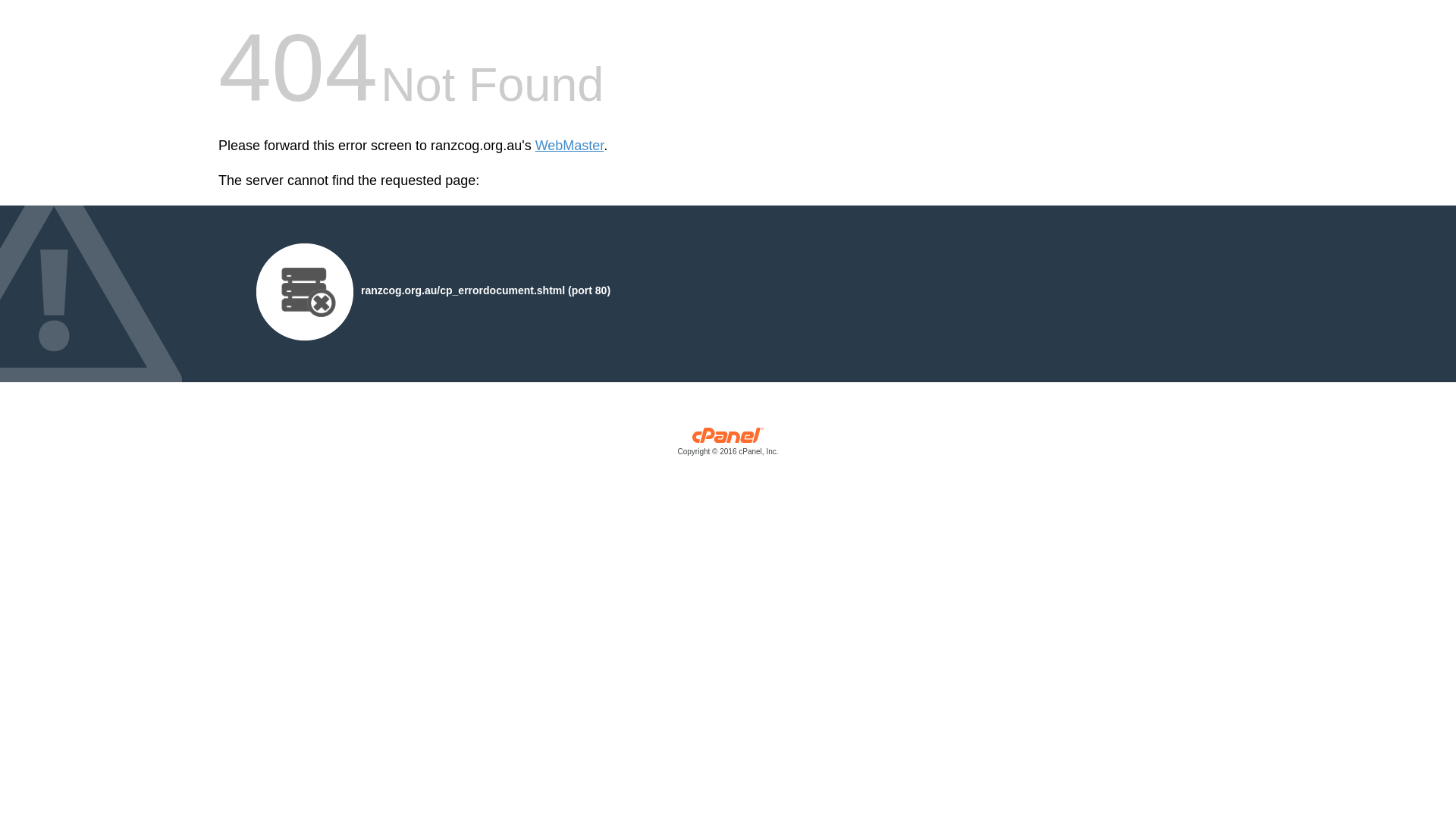 This screenshot has height=819, width=1456. Describe the element at coordinates (569, 146) in the screenshot. I see `'WebMaster'` at that location.